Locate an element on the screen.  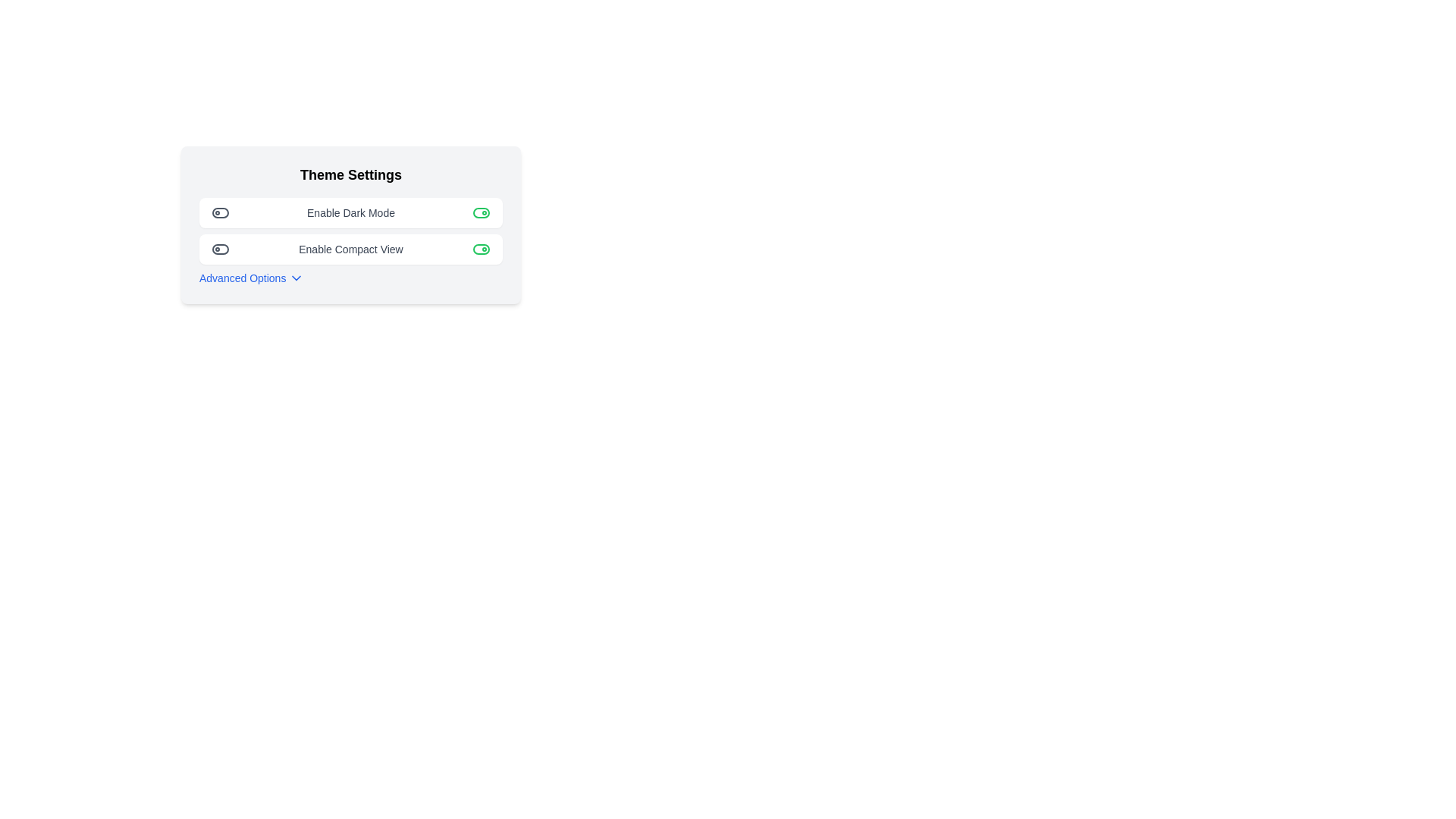
label of the toggle switch for the compact view setting located in the 'Theme Settings' section, which is the second list item below 'Enable Dark Mode' is located at coordinates (350, 248).